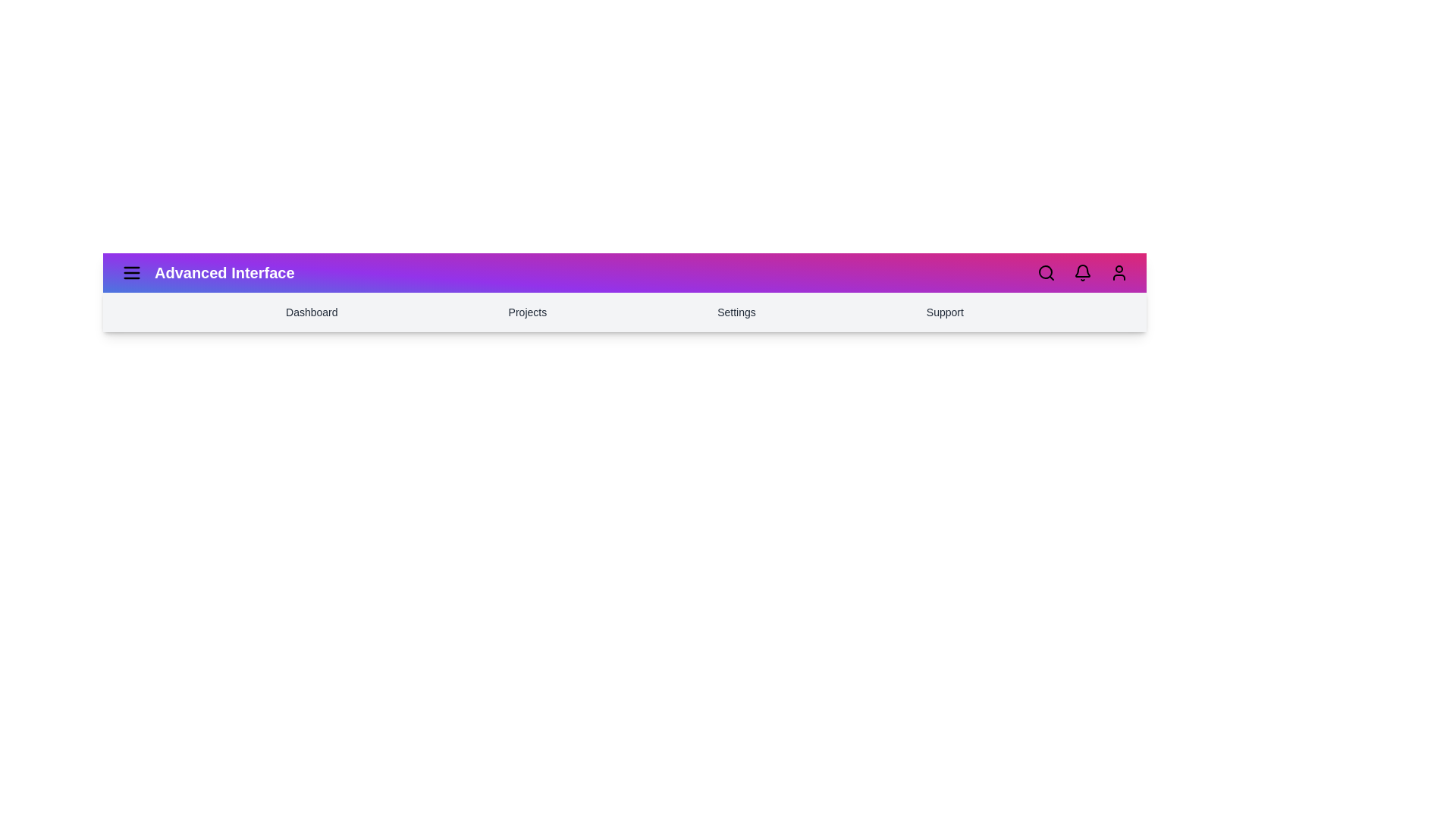  I want to click on the menu item Settings to navigate to the respective section, so click(736, 312).